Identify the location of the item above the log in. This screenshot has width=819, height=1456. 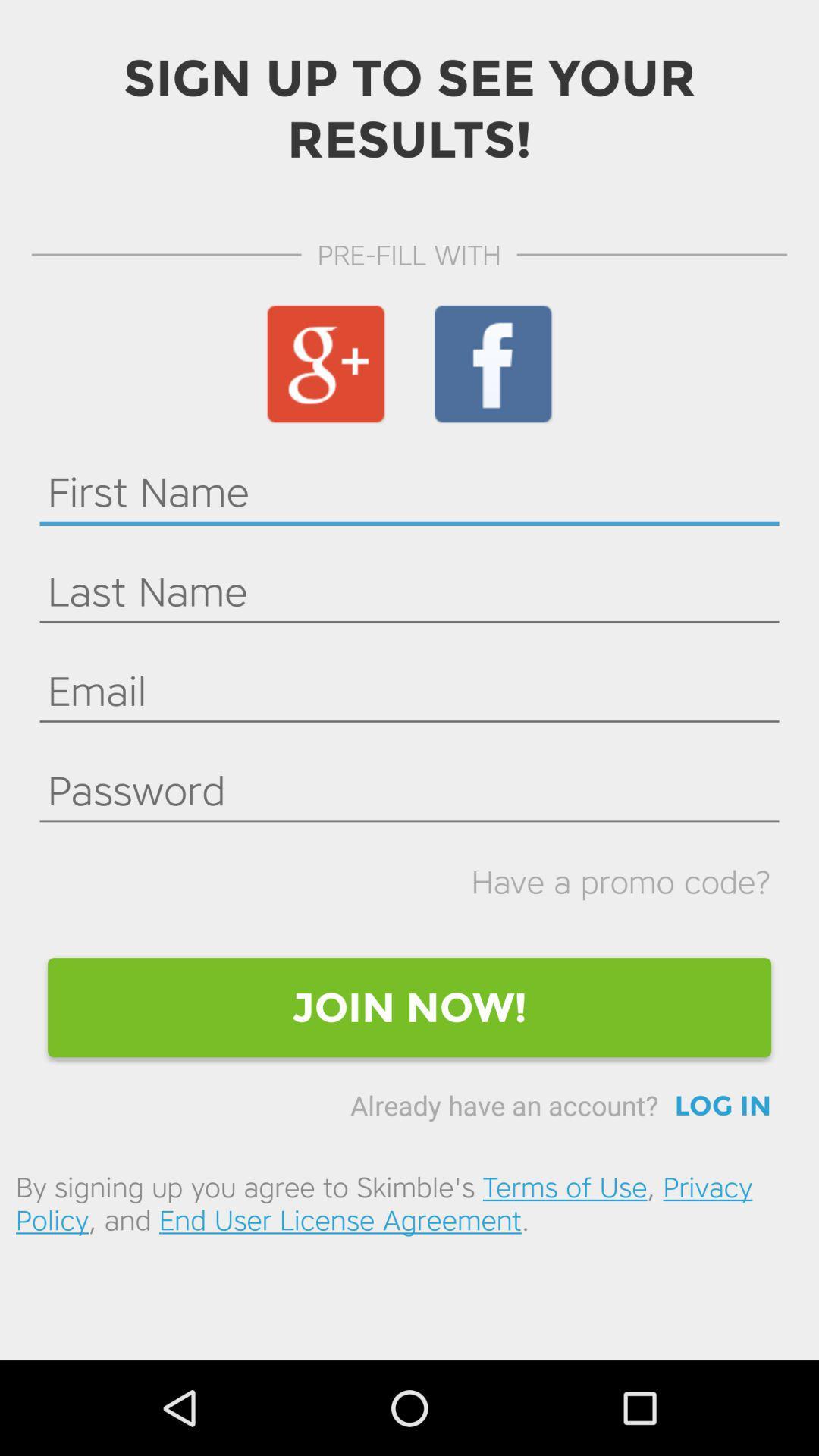
(409, 1007).